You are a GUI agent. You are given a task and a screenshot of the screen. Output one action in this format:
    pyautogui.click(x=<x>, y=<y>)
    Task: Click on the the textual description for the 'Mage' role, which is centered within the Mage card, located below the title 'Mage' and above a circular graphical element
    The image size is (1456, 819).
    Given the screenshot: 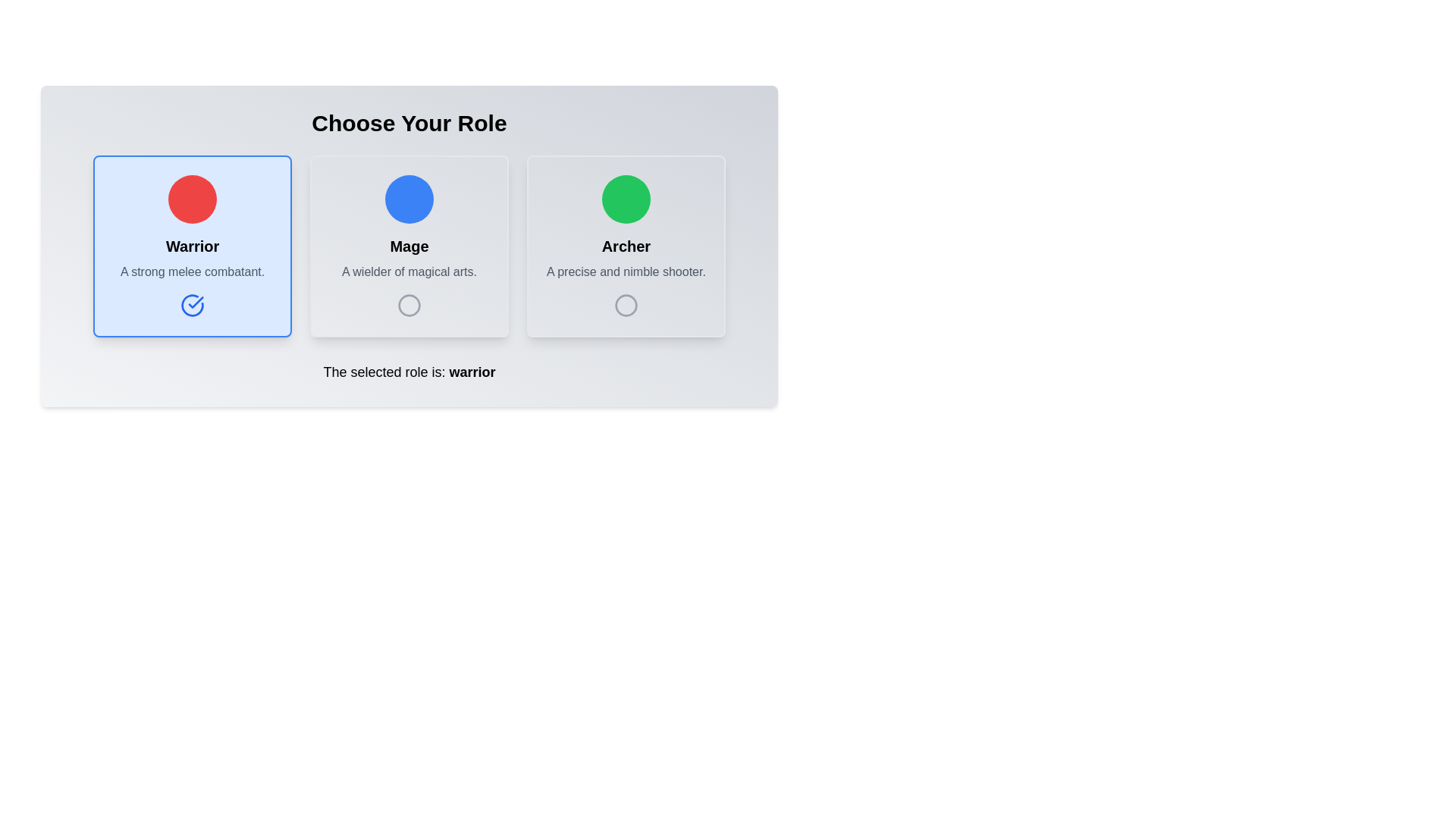 What is the action you would take?
    pyautogui.click(x=409, y=271)
    